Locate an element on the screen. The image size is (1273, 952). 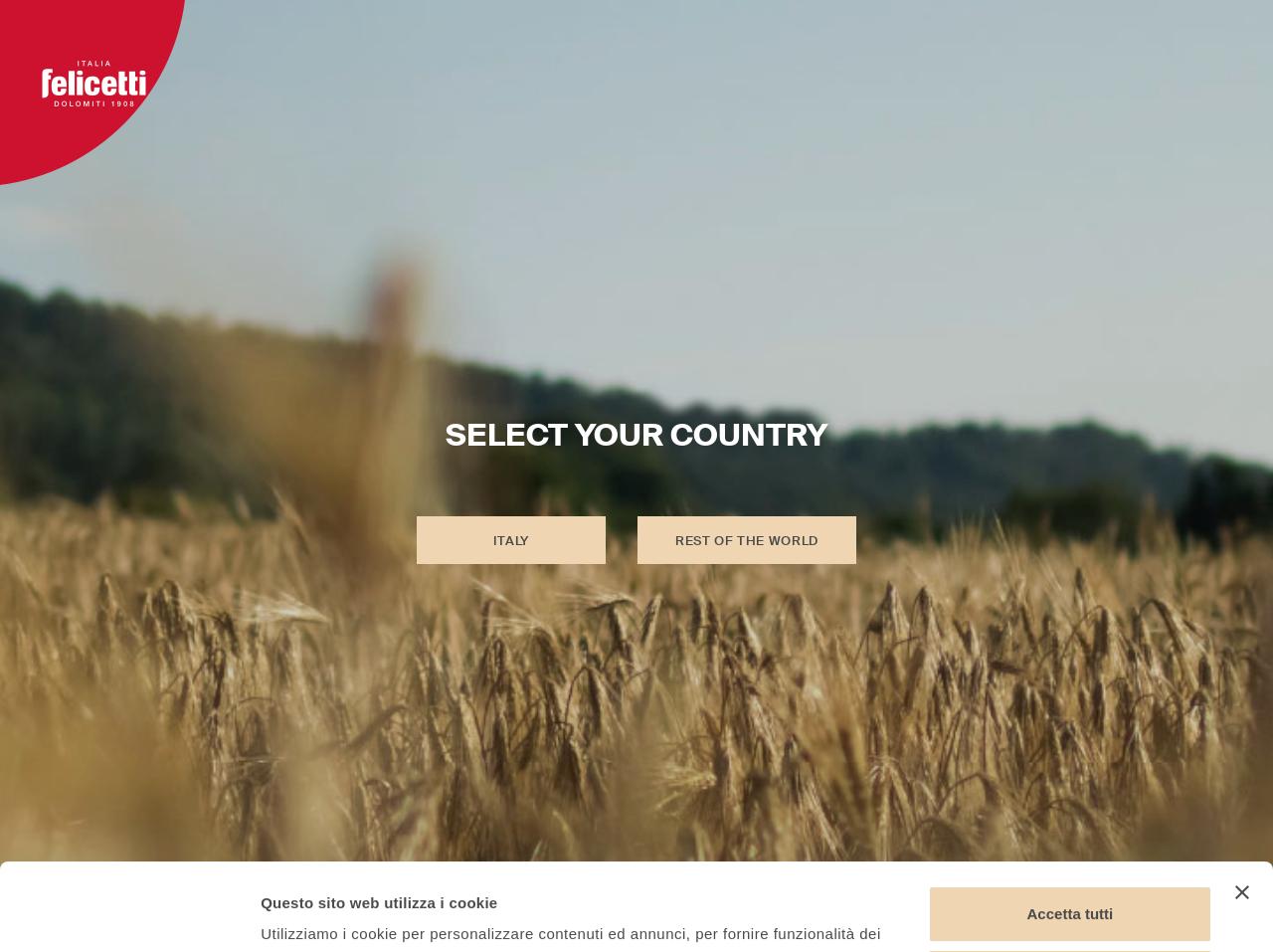
'SELECT YOUR COUNTRY' is located at coordinates (636, 433).